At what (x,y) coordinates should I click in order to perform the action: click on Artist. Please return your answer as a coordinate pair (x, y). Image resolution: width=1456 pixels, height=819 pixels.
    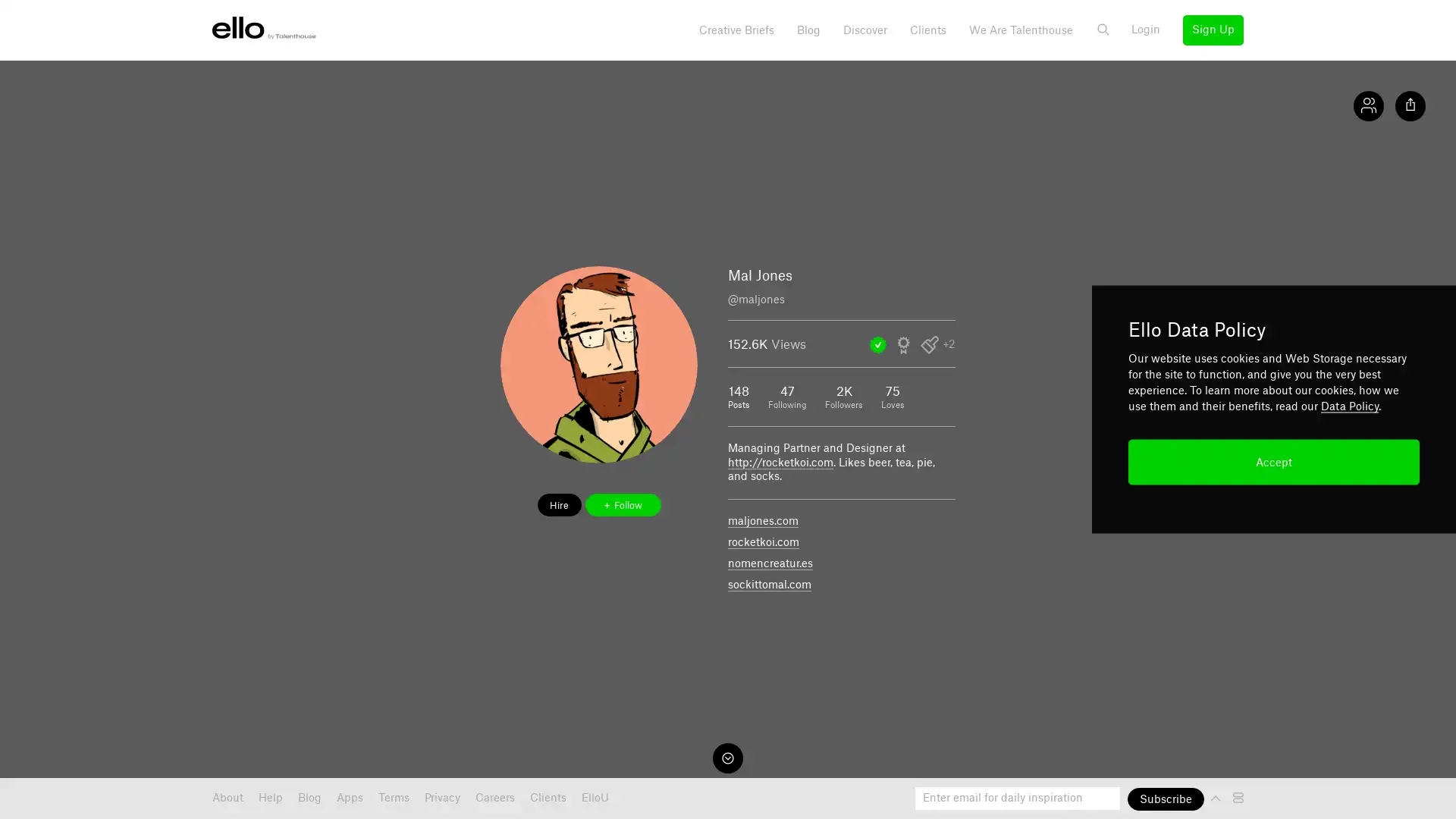
    Looking at the image, I should click on (928, 345).